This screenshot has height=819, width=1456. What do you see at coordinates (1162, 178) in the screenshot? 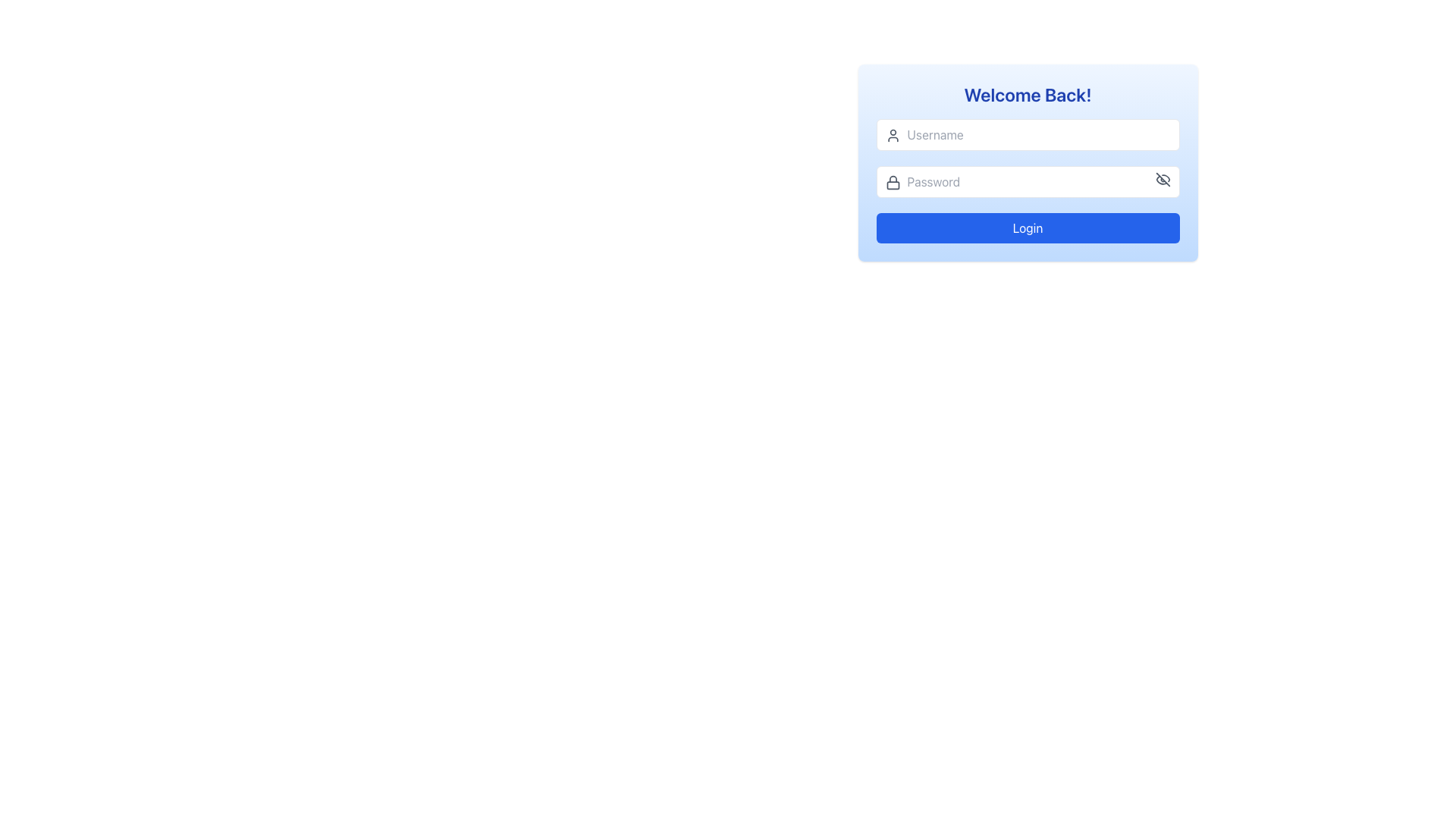
I see `the button located at the top-right corner of the password input field` at bounding box center [1162, 178].